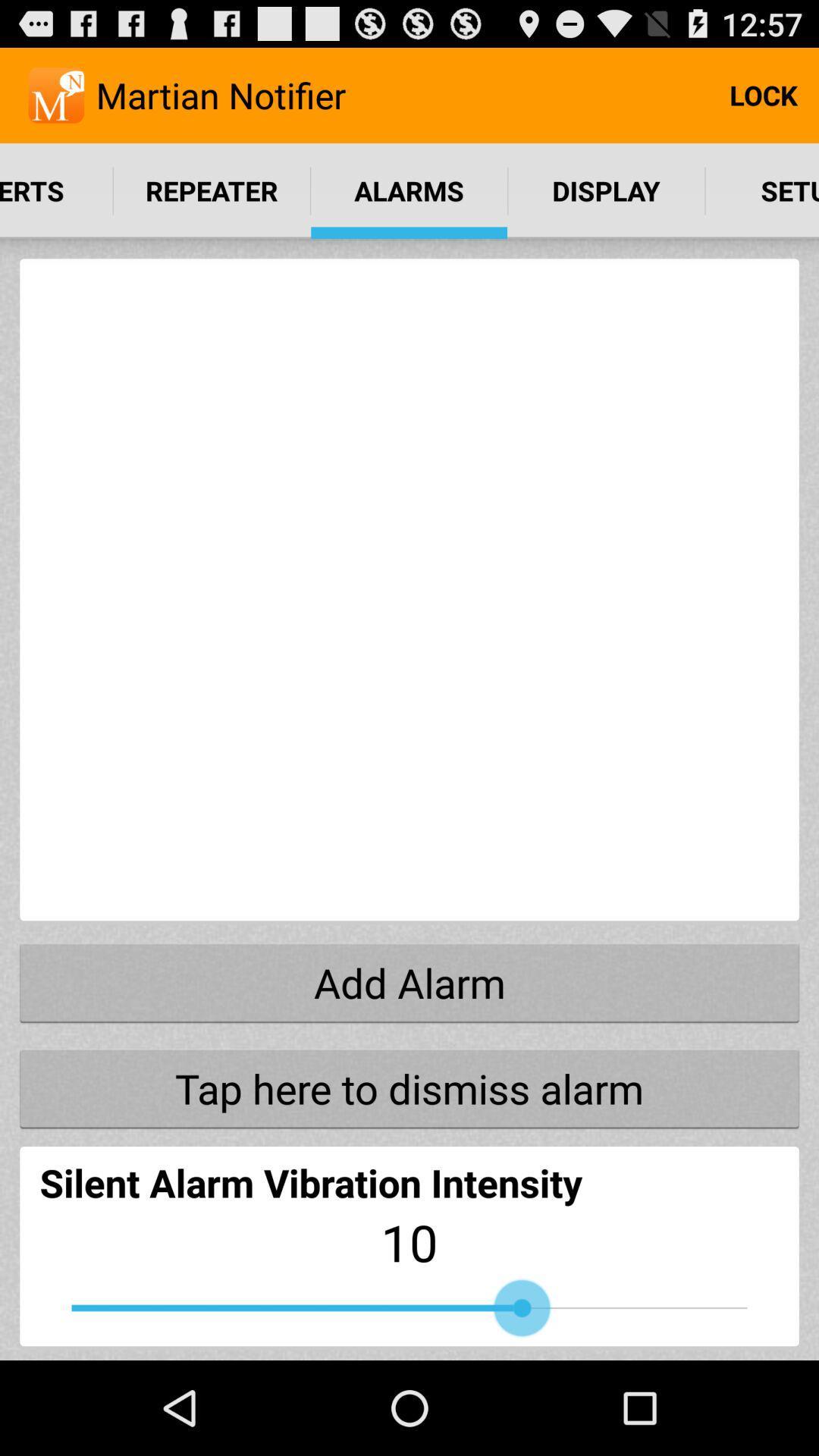  Describe the element at coordinates (763, 94) in the screenshot. I see `the item to the right of martian notifier item` at that location.